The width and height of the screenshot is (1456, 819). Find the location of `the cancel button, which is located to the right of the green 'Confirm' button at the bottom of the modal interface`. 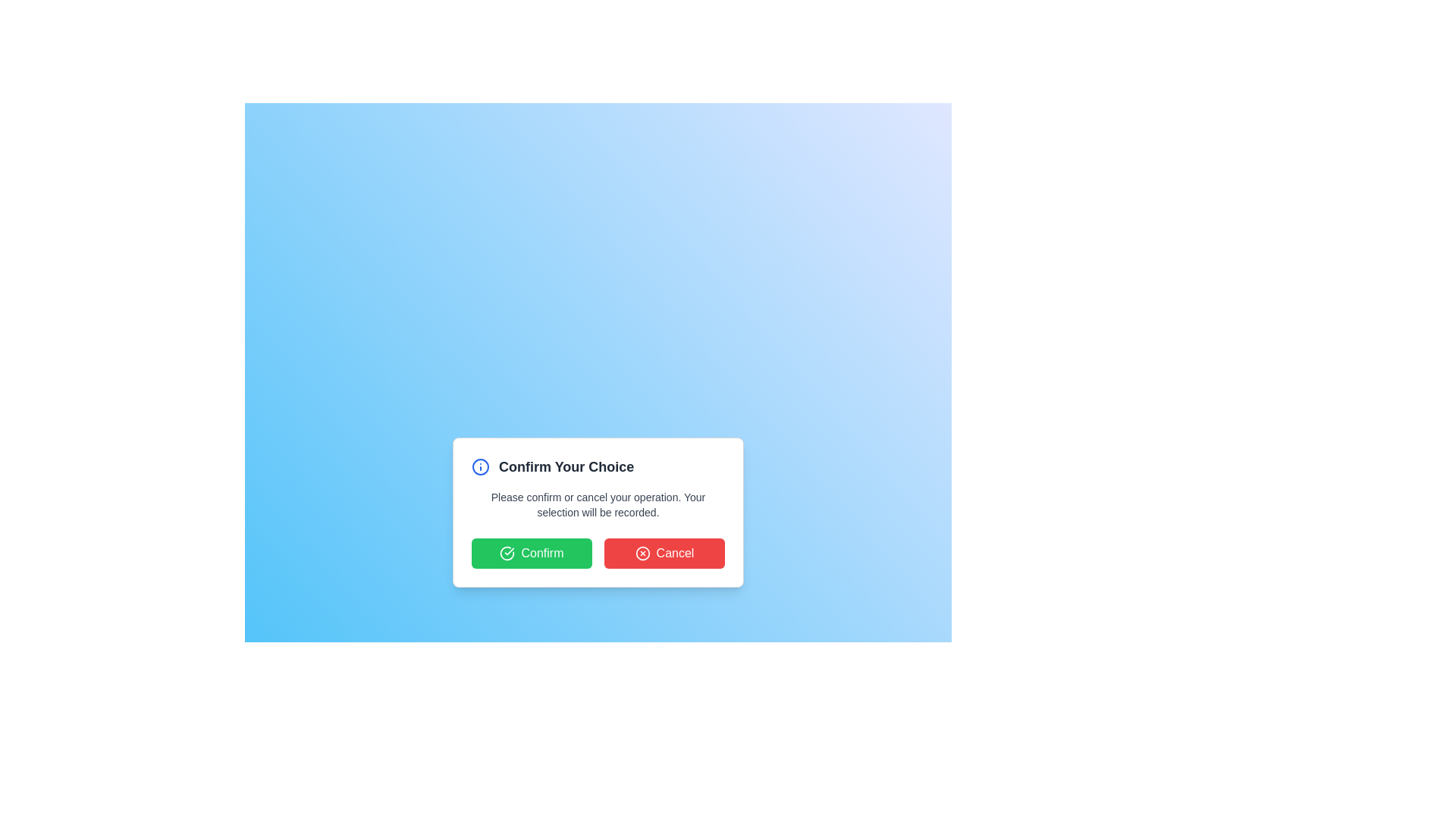

the cancel button, which is located to the right of the green 'Confirm' button at the bottom of the modal interface is located at coordinates (664, 553).